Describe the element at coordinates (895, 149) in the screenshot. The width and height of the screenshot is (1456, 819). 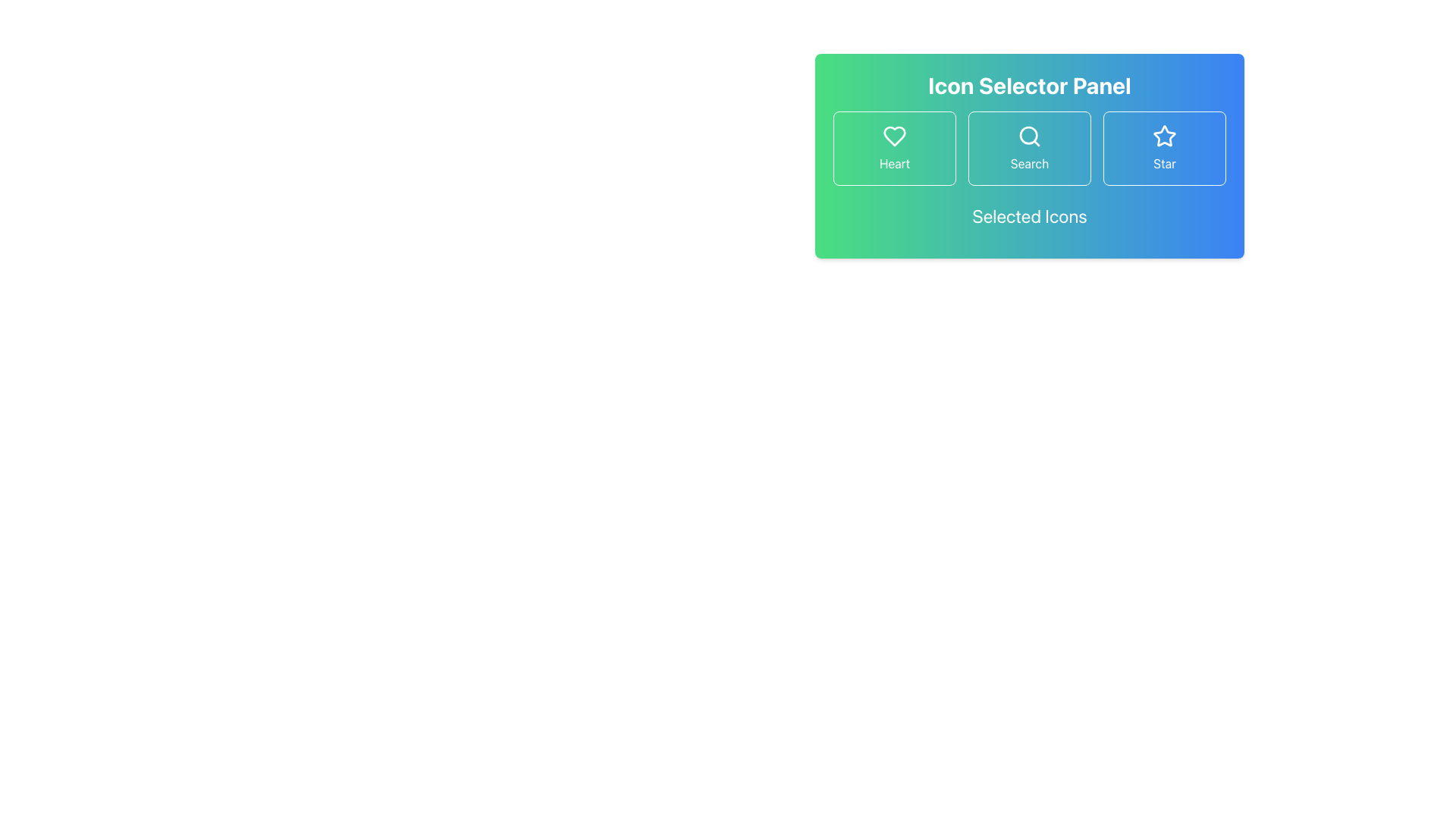
I see `the heart button, which is the first button in the horizontal grid layout` at that location.